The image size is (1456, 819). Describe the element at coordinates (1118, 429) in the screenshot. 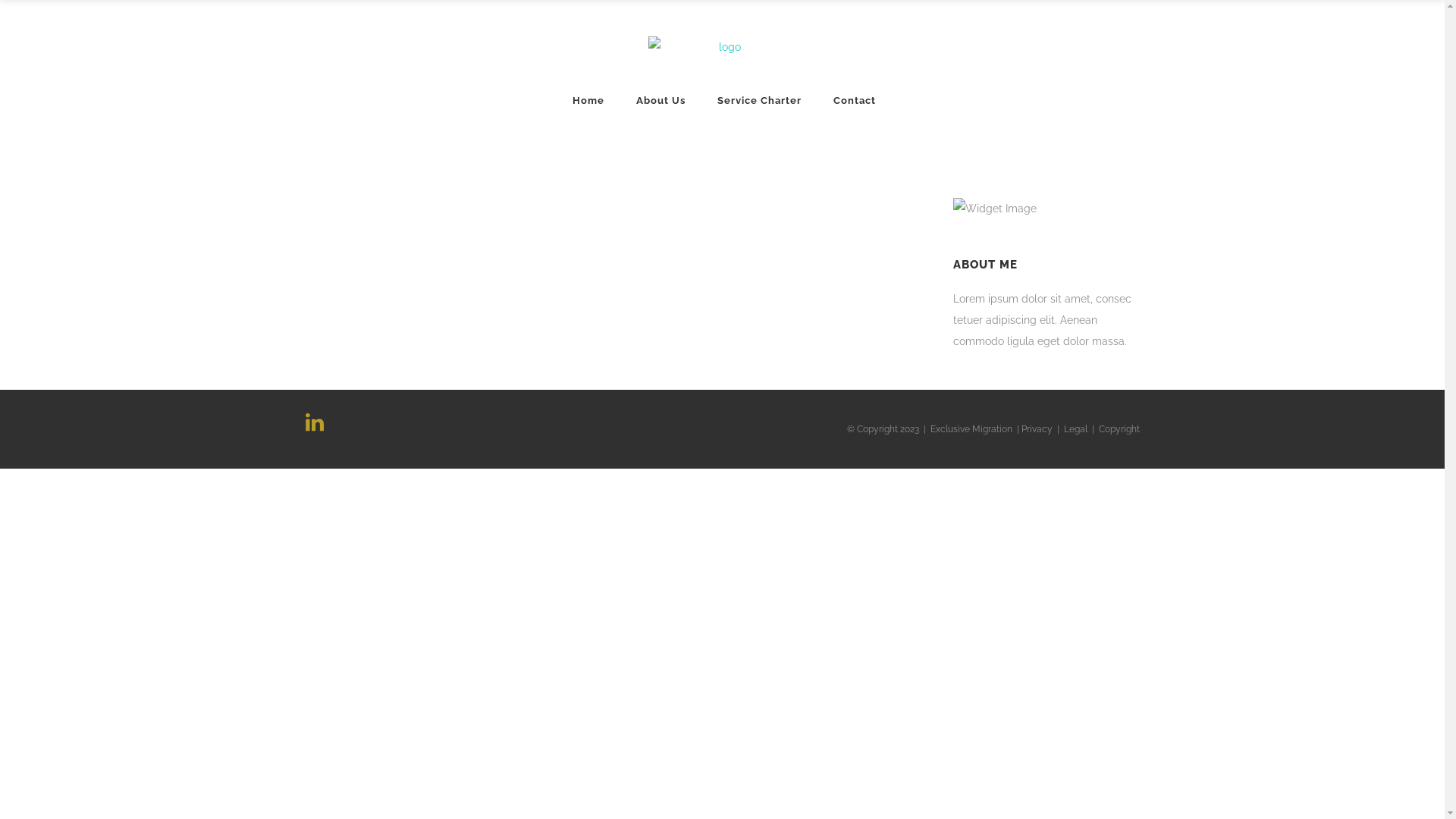

I see `'Copyright'` at that location.